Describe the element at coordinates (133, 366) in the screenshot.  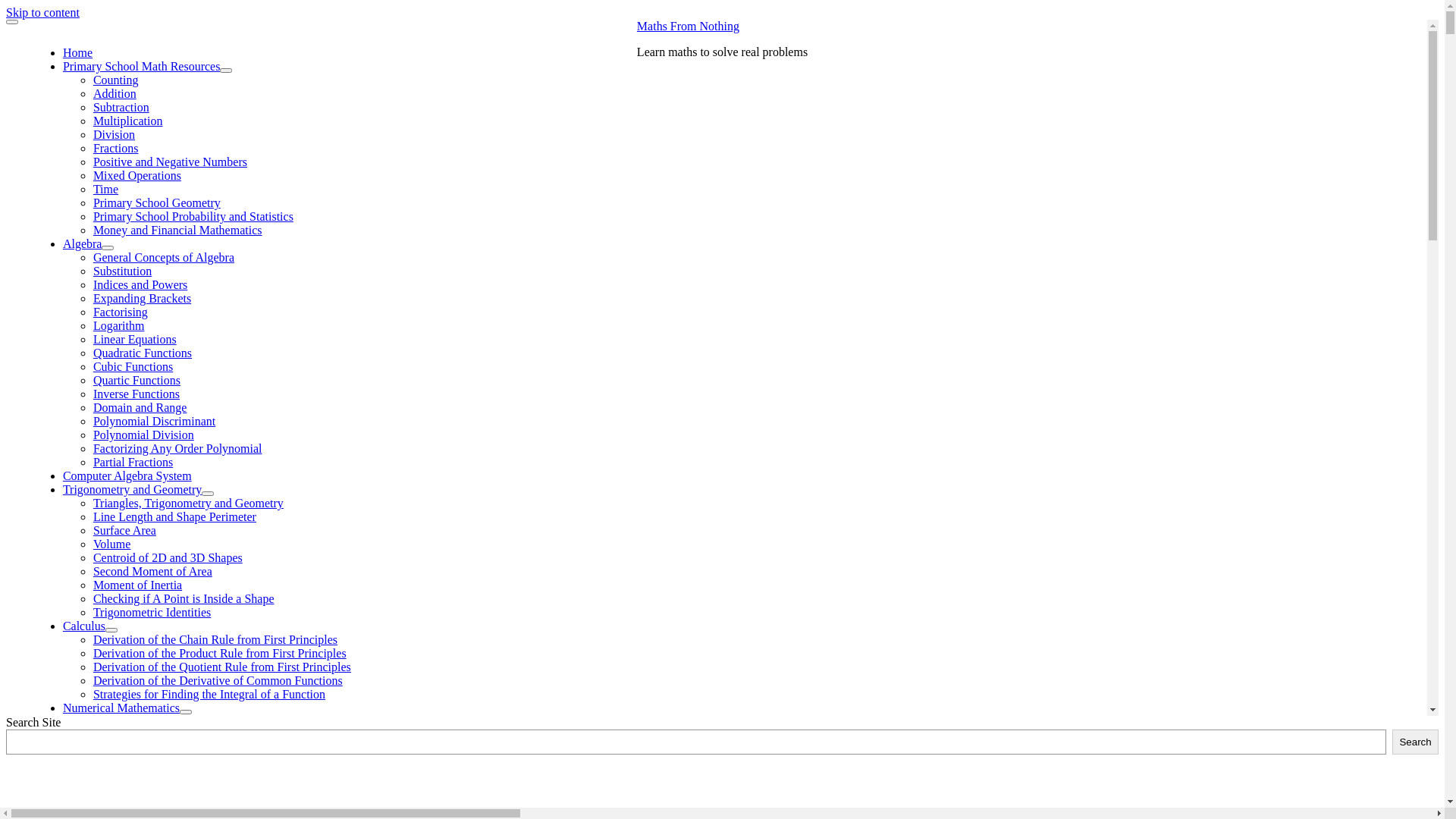
I see `'Cubic Functions'` at that location.